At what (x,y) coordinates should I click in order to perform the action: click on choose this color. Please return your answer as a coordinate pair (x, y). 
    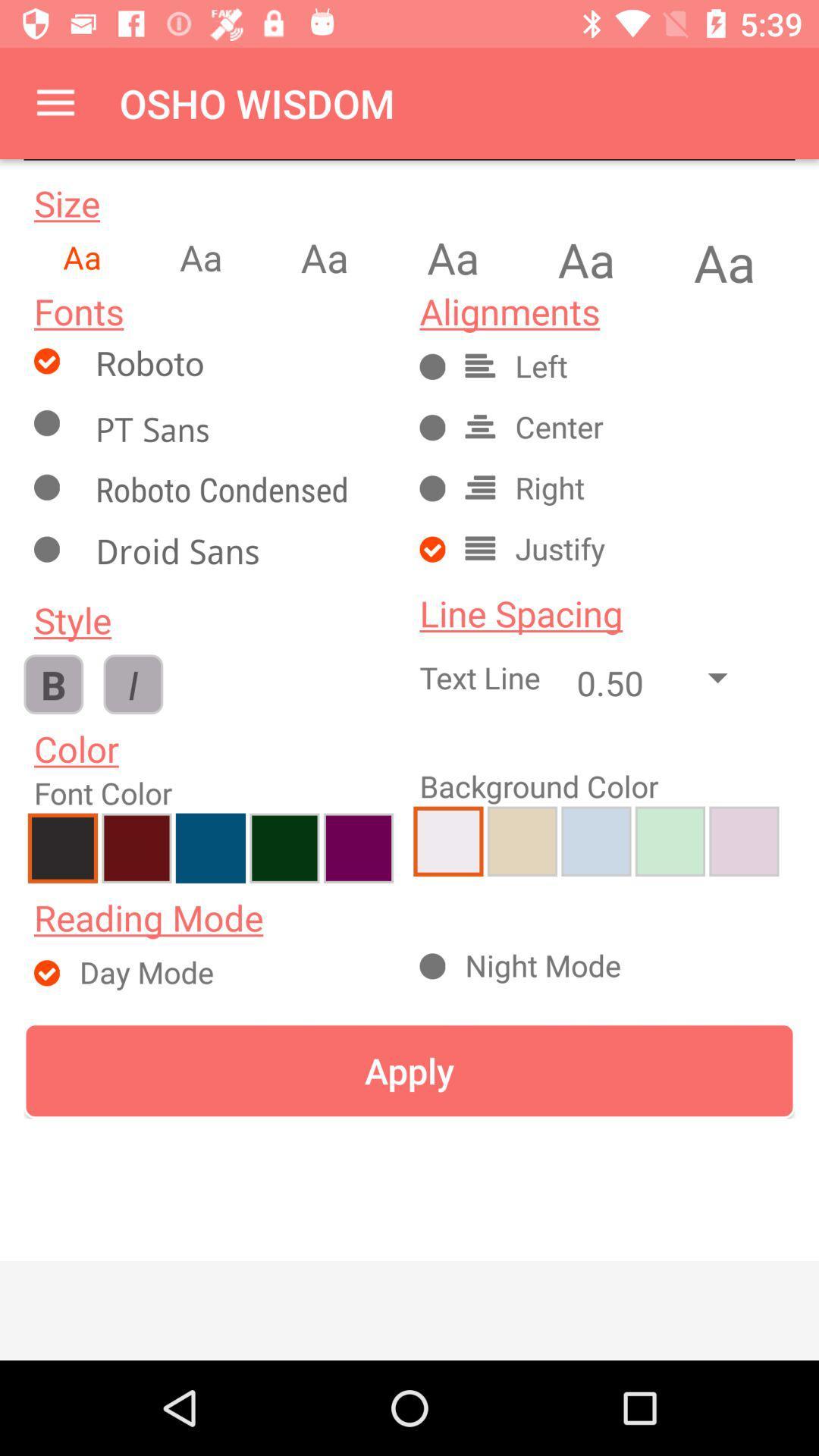
    Looking at the image, I should click on (521, 840).